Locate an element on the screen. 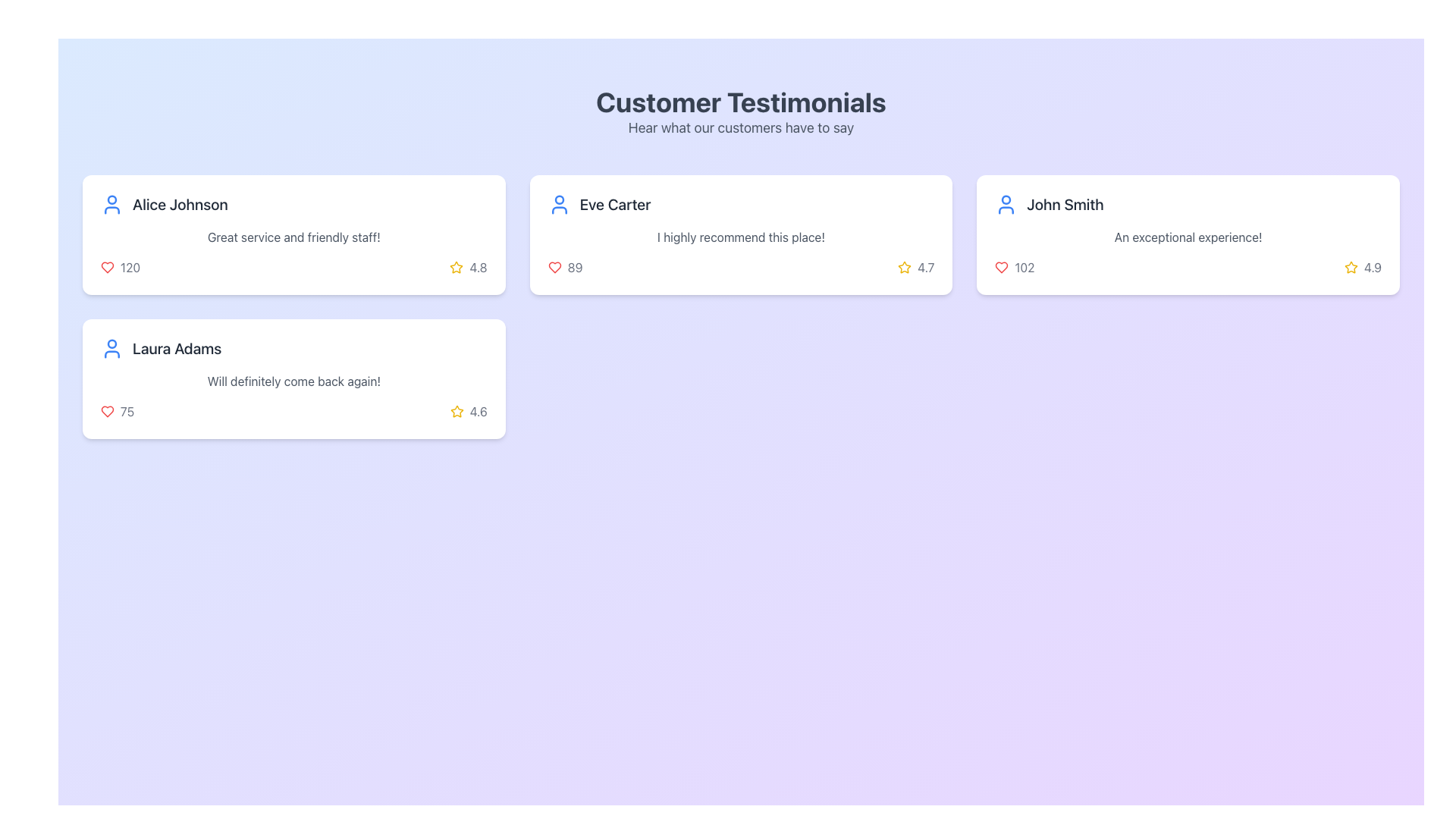 Image resolution: width=1456 pixels, height=819 pixels. text content displaying the number '89', which is large, bold, and dark, located to the right of a red heart icon in the card for 'Eve Carter' is located at coordinates (574, 267).